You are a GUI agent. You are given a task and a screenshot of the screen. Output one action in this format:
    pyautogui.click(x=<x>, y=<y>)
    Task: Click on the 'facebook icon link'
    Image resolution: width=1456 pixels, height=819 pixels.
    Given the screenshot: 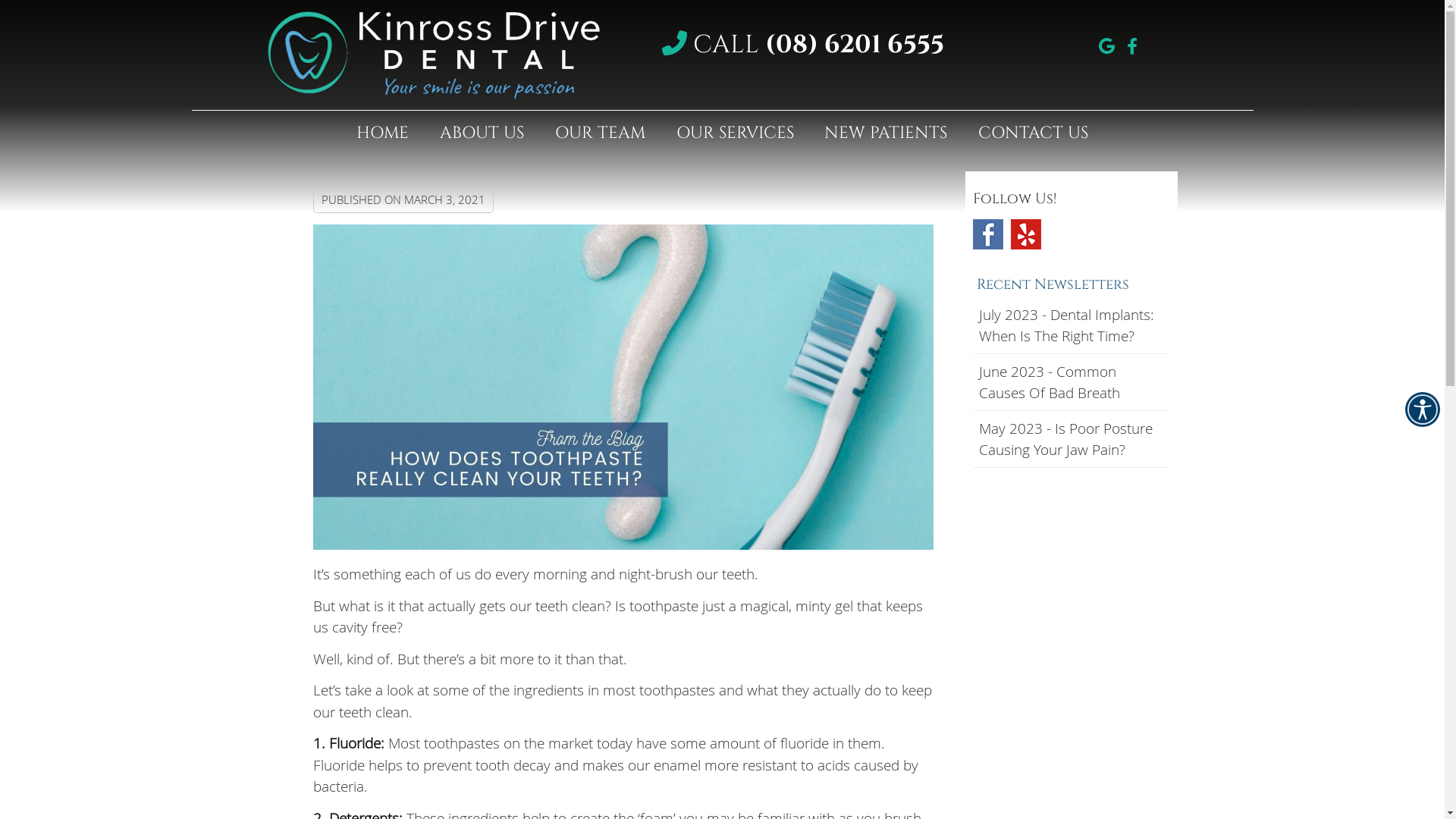 What is the action you would take?
    pyautogui.click(x=1124, y=43)
    